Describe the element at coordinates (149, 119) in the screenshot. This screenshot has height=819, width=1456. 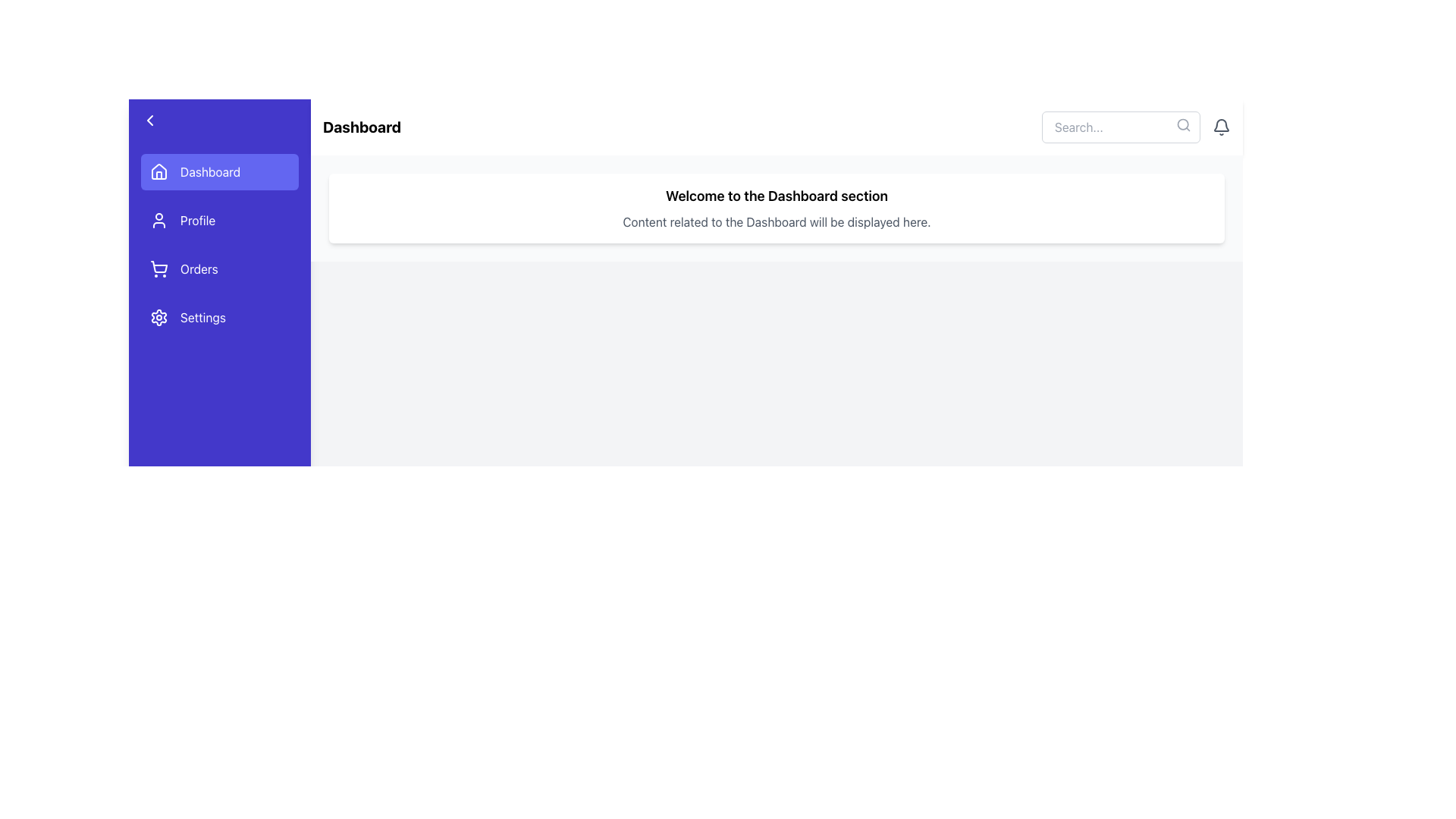
I see `the chevron icon located at the top-left edge of the blue sidebar, which is used for navigation purposes, by clicking on it` at that location.